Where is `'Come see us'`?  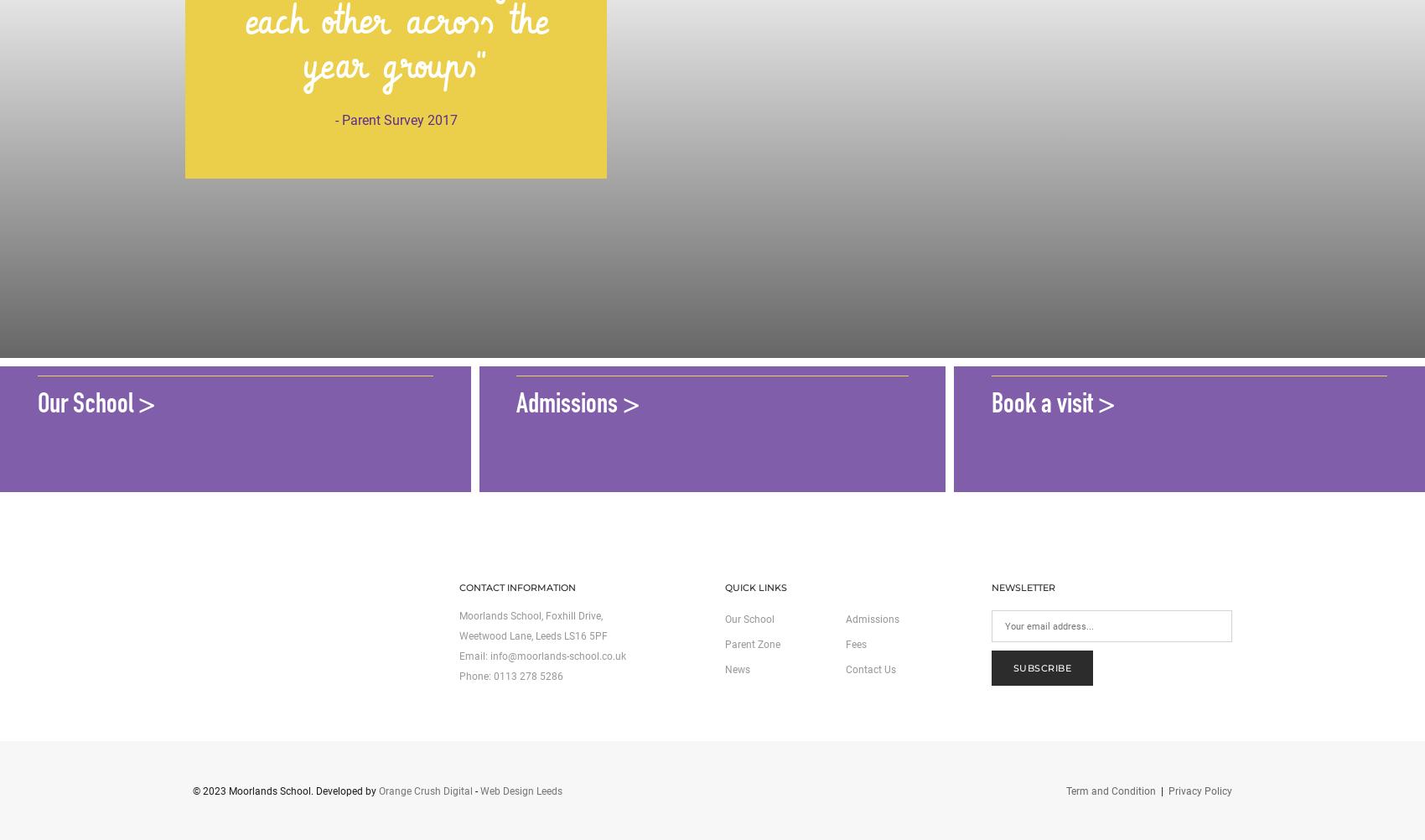 'Come see us' is located at coordinates (1029, 346).